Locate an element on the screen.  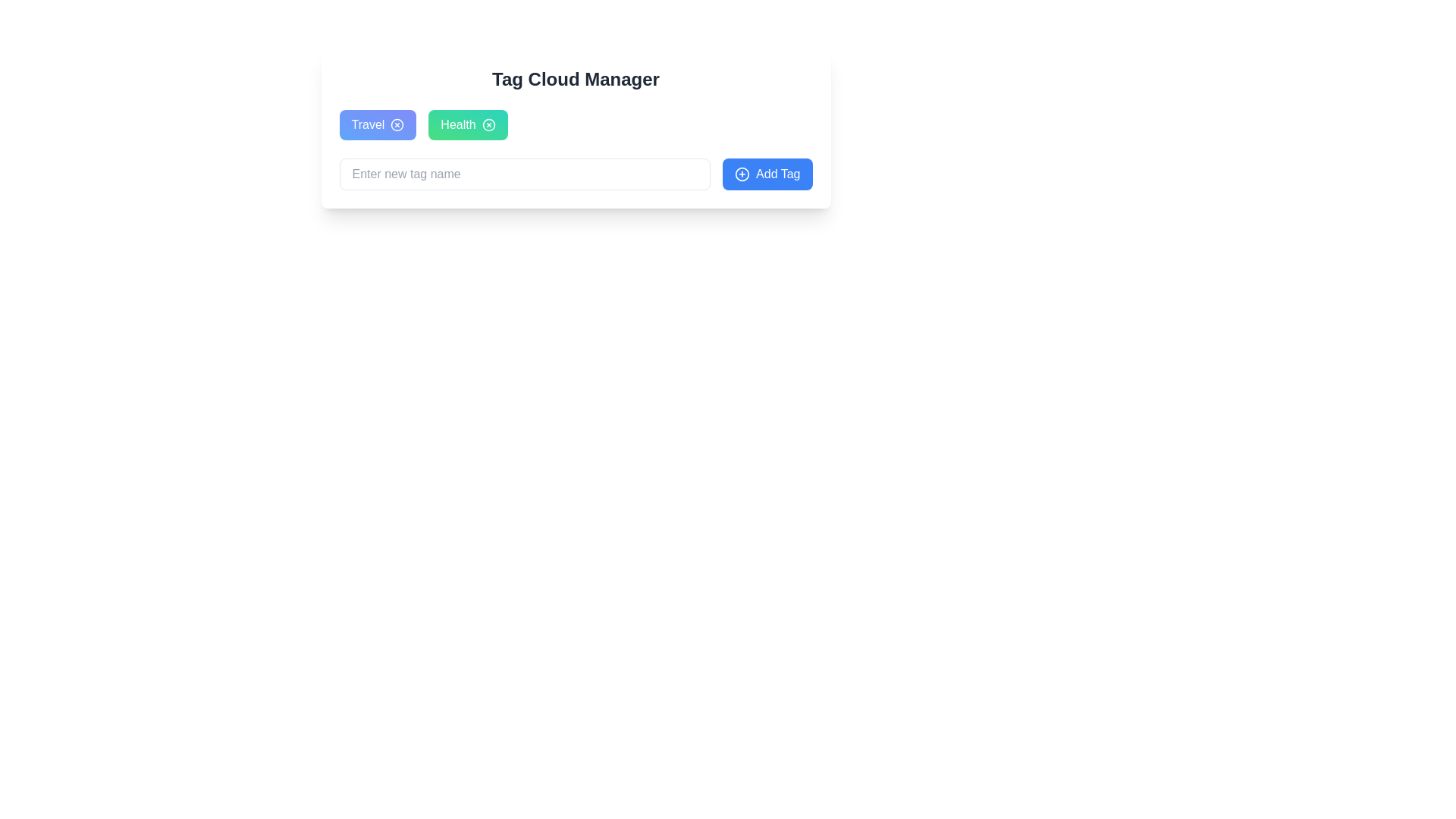
text label 'Health' located inside the green rounded rectangular button, which is the second button from the left under the 'Tag Cloud Manager' heading is located at coordinates (457, 124).